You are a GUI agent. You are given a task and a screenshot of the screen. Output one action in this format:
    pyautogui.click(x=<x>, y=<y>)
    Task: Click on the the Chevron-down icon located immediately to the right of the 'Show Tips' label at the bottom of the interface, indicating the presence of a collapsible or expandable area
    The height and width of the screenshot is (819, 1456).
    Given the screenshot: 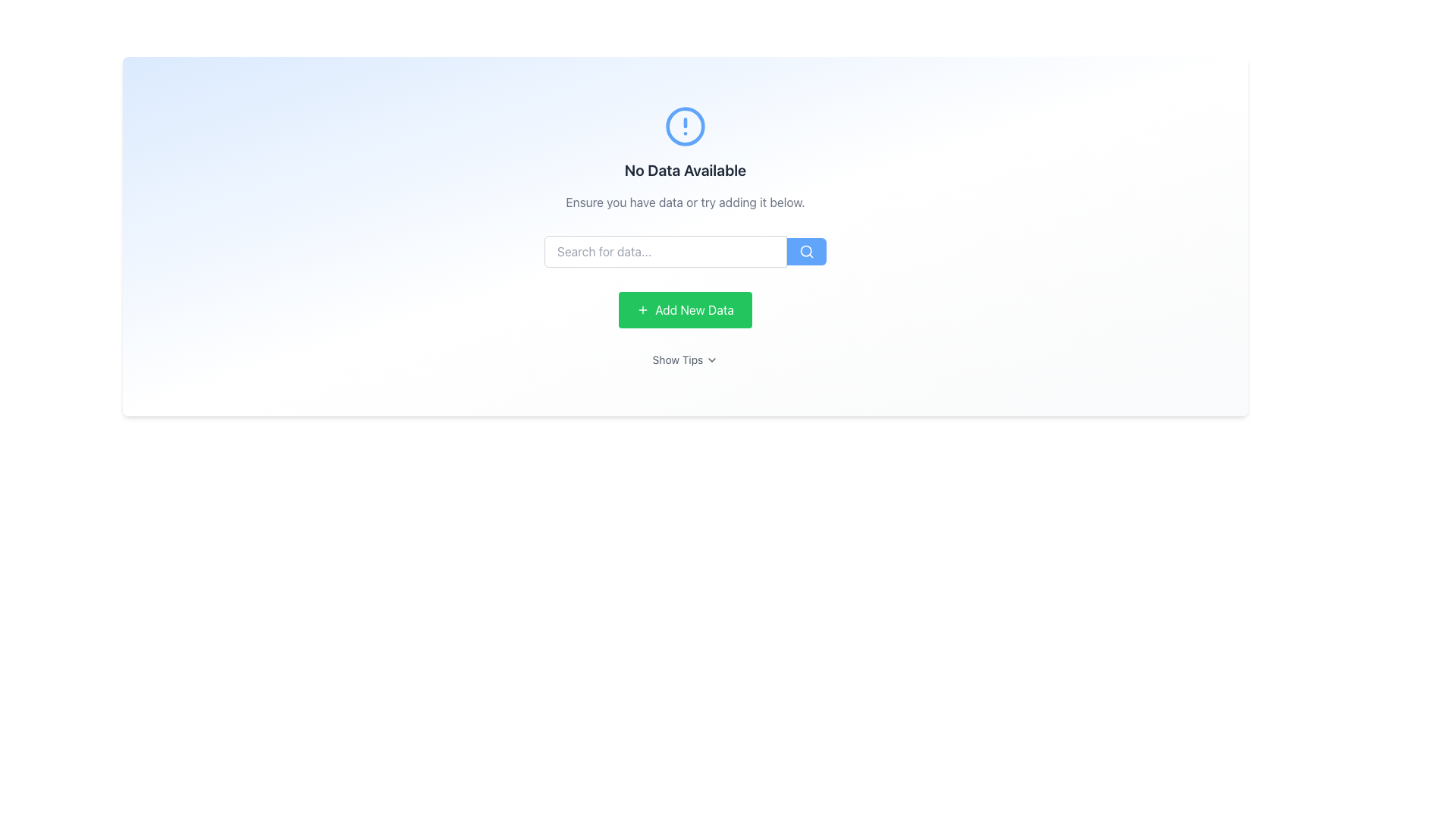 What is the action you would take?
    pyautogui.click(x=711, y=359)
    